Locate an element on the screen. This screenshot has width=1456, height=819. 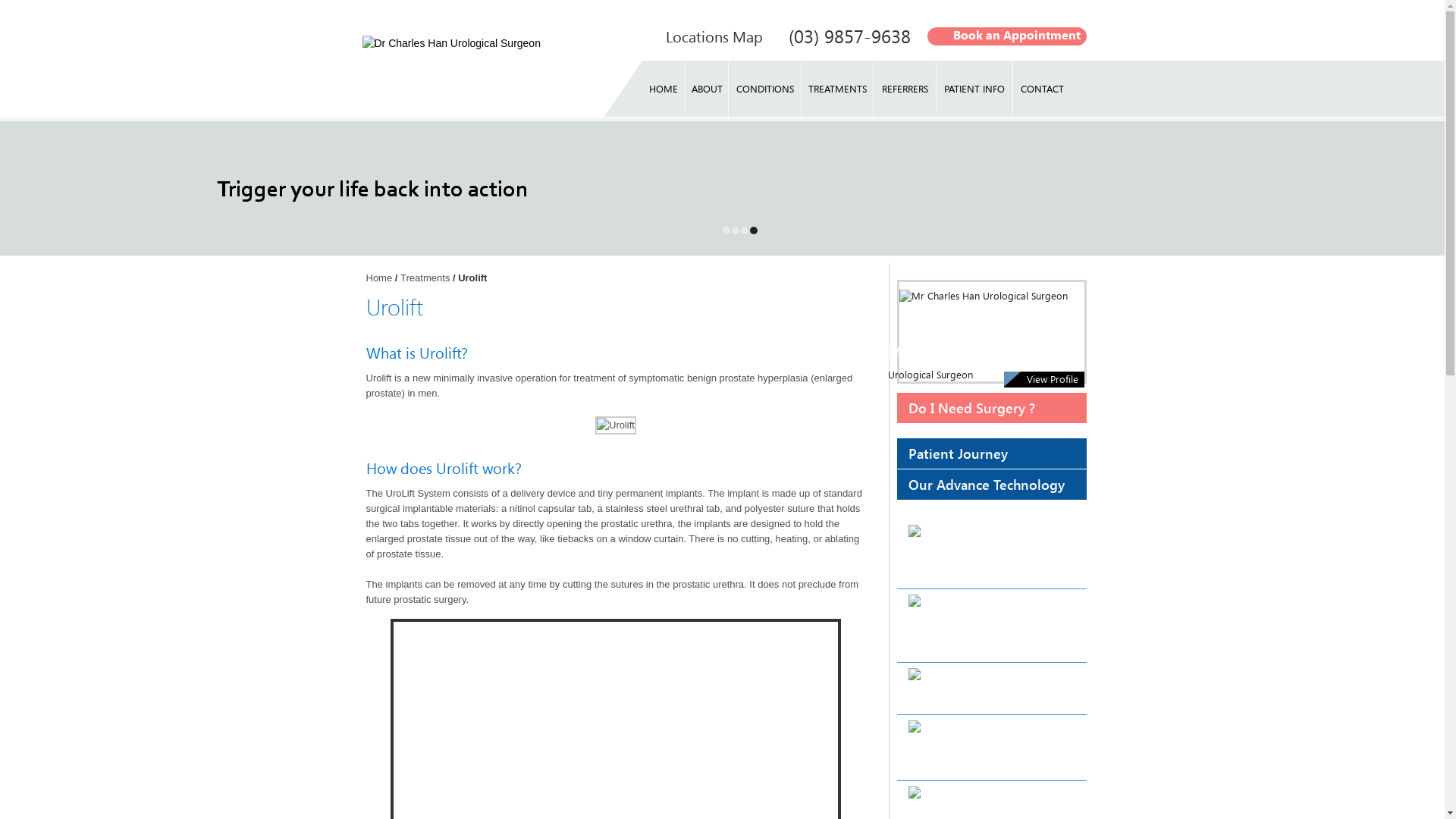
'Locations Map' is located at coordinates (713, 35).